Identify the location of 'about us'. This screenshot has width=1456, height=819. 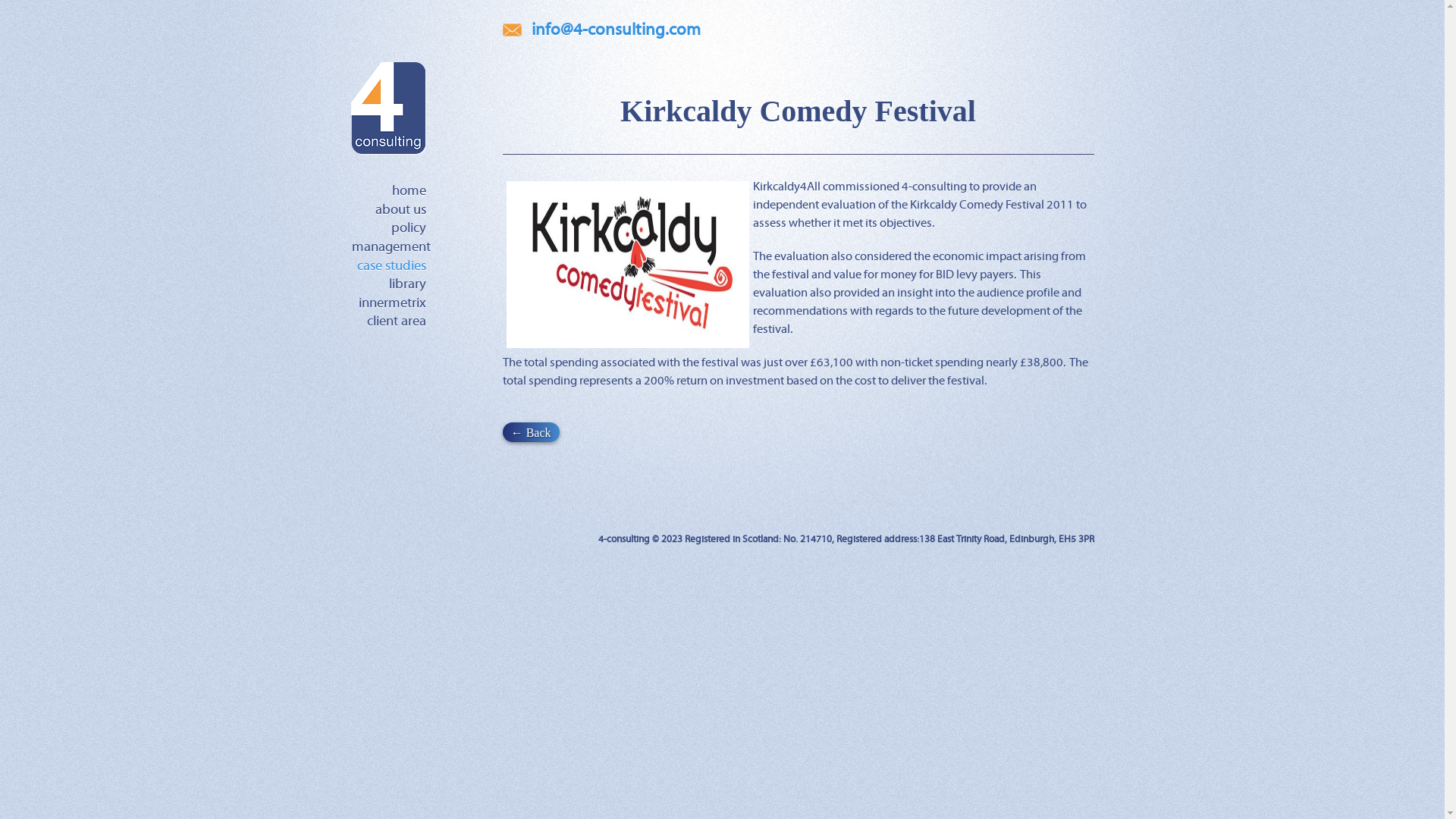
(400, 210).